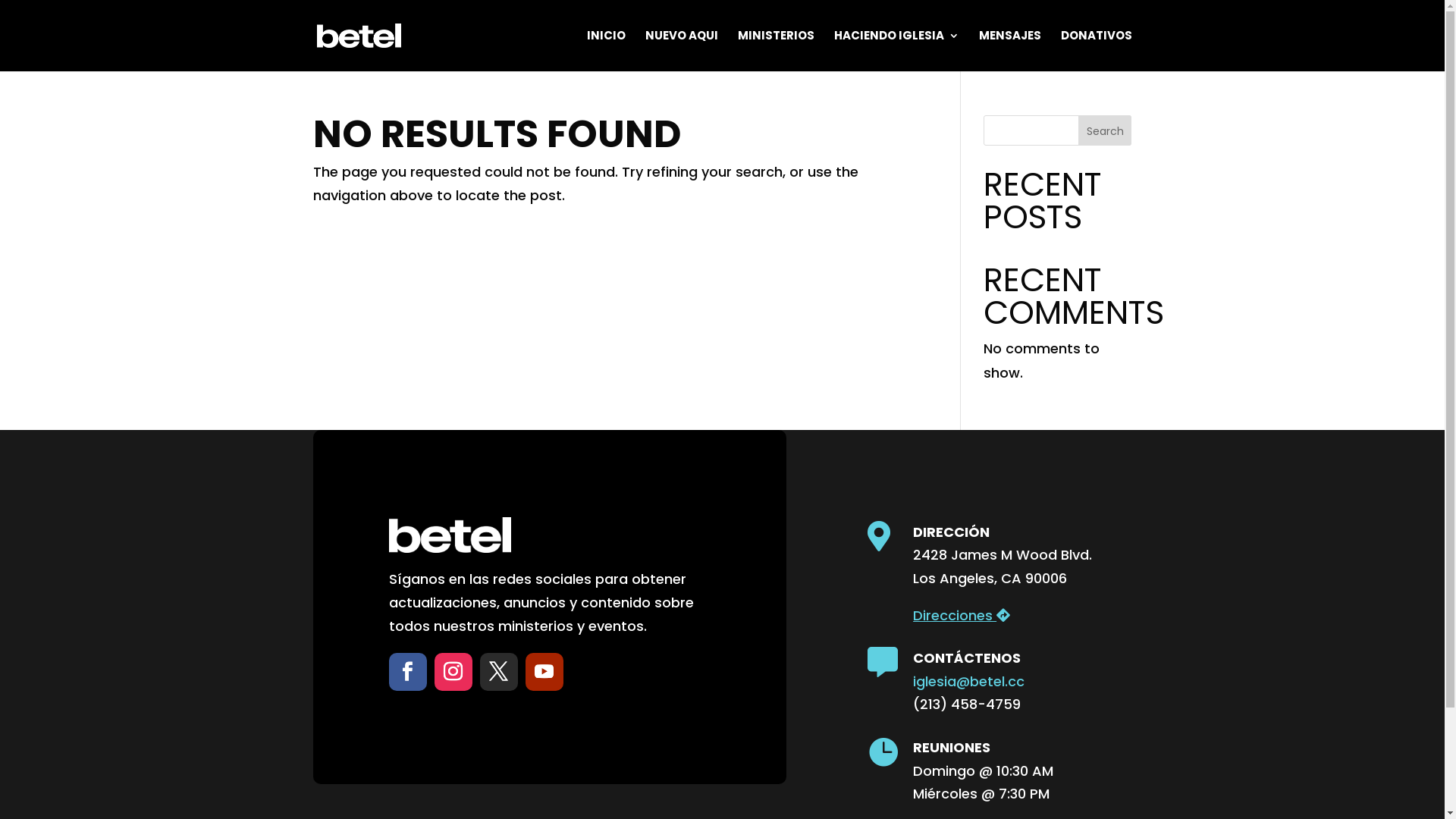  What do you see at coordinates (432, 671) in the screenshot?
I see `'Follow on Instagram'` at bounding box center [432, 671].